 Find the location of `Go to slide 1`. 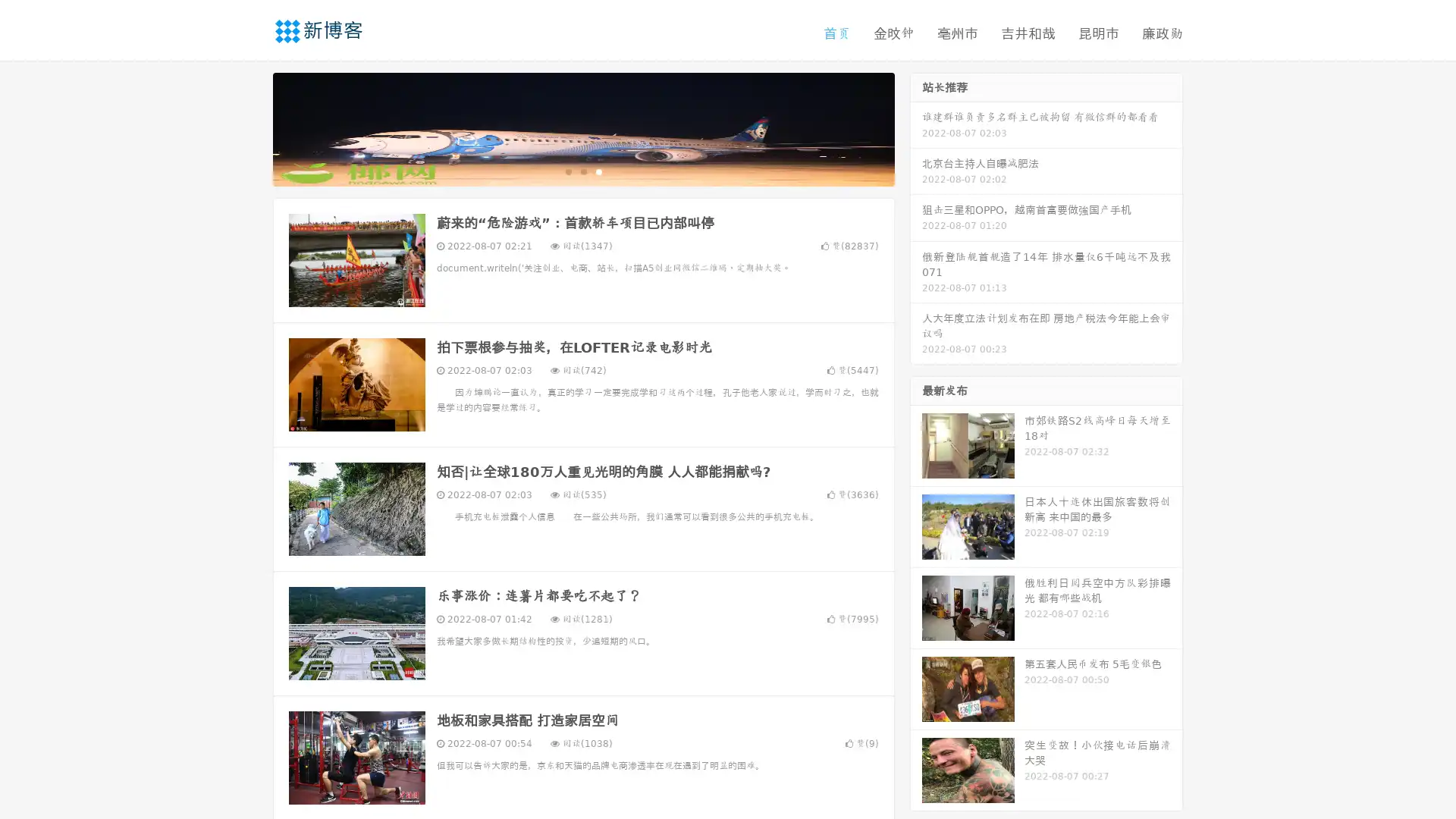

Go to slide 1 is located at coordinates (567, 171).